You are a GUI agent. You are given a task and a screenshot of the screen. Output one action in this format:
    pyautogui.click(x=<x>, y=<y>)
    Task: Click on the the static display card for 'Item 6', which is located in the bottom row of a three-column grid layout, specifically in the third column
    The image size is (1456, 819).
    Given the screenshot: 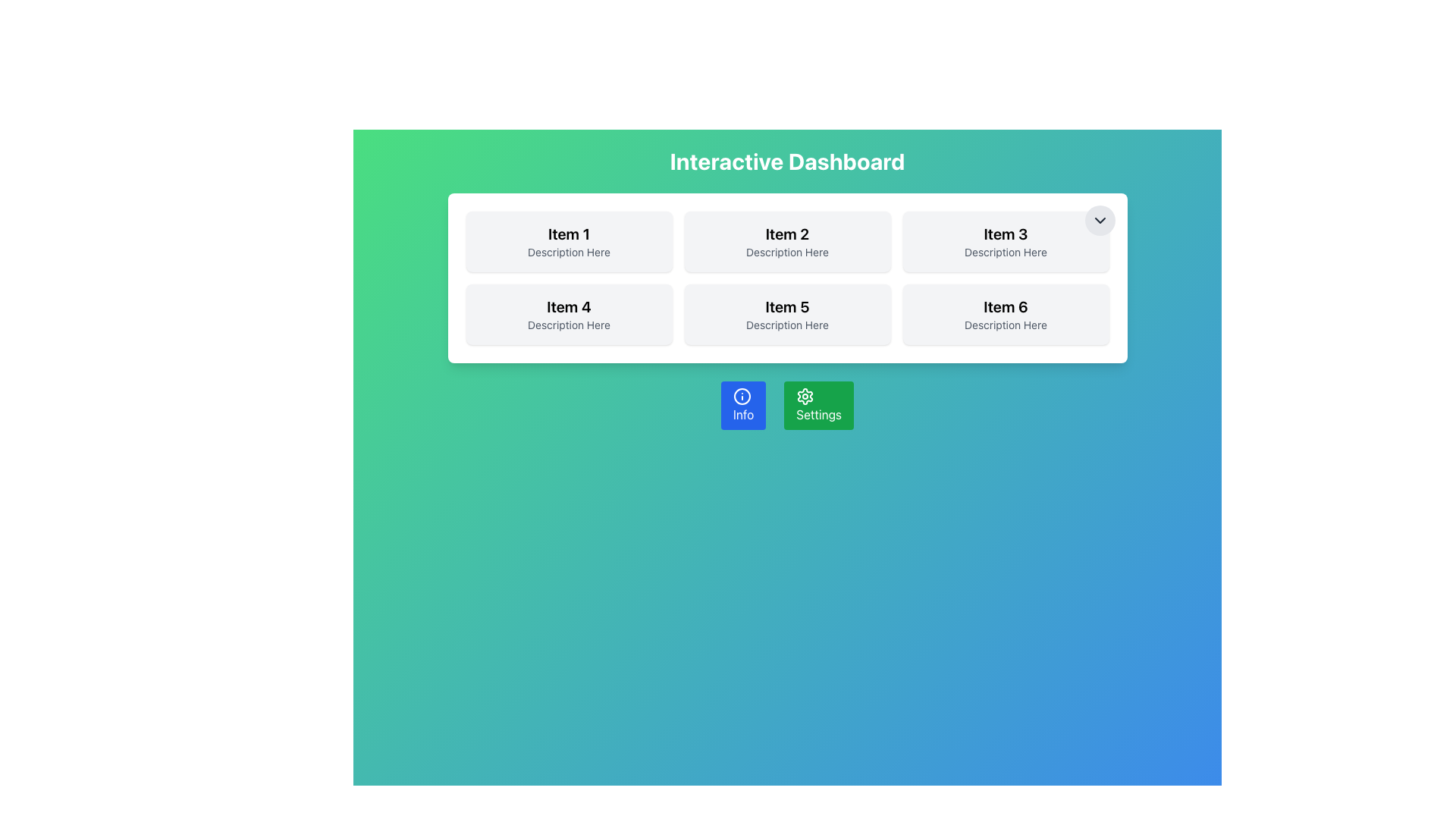 What is the action you would take?
    pyautogui.click(x=1006, y=314)
    